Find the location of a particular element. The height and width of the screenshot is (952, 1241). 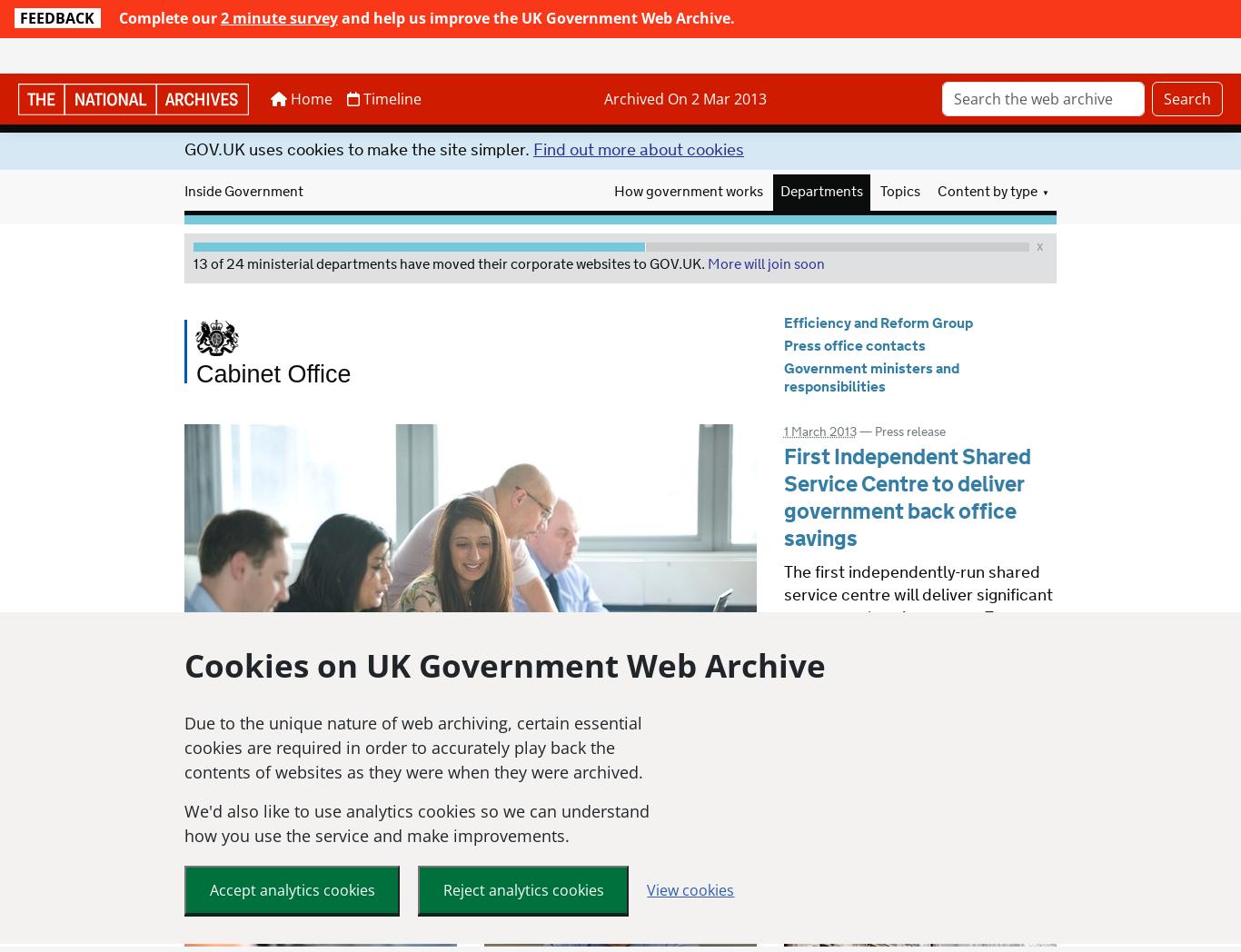

'Archived On
         
          2 Mar 2013' is located at coordinates (686, 64).